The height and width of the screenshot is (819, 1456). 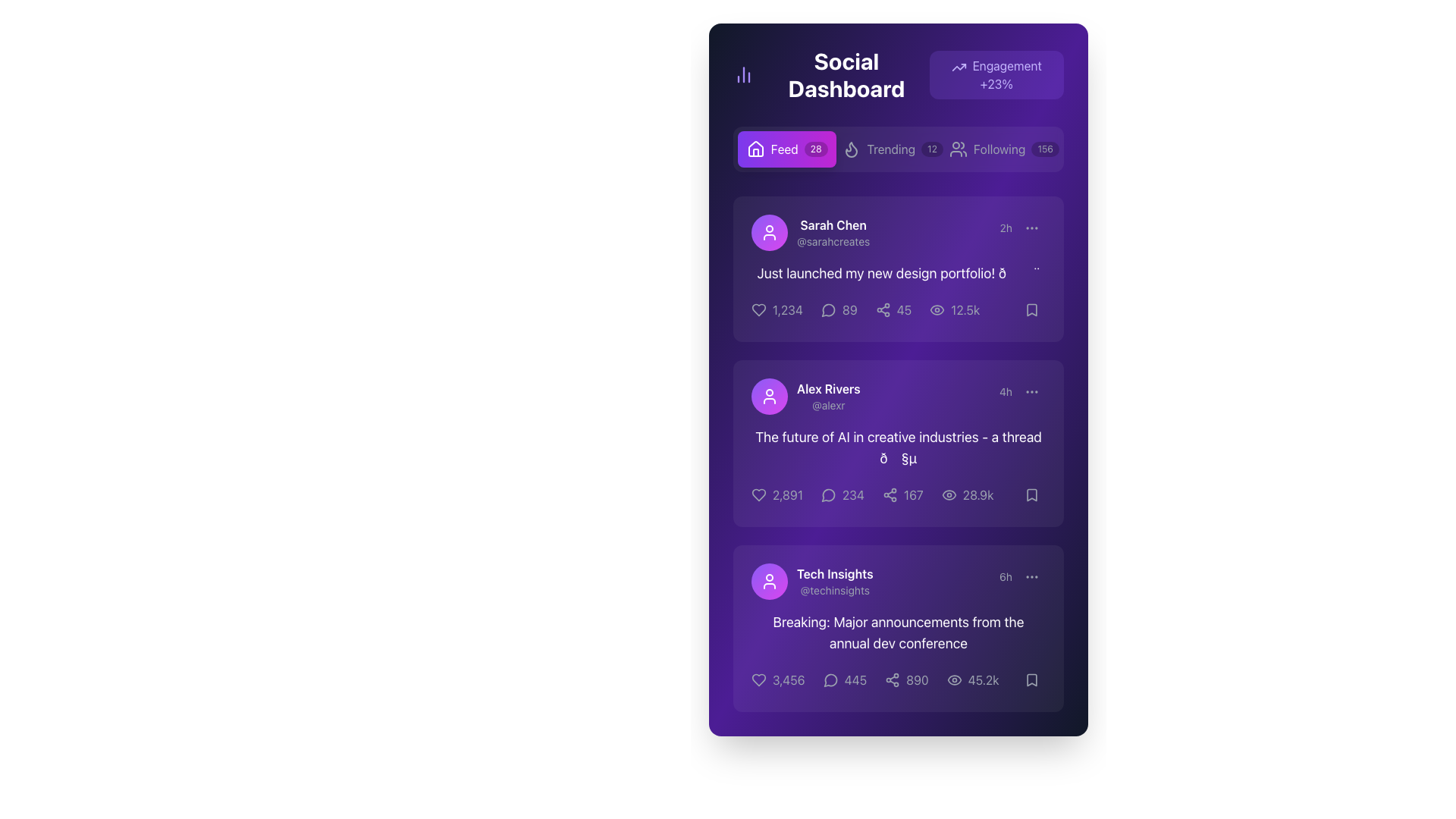 I want to click on the interactive label representing the like count for a social media post to increment the like count and update the visual elements, so click(x=776, y=494).